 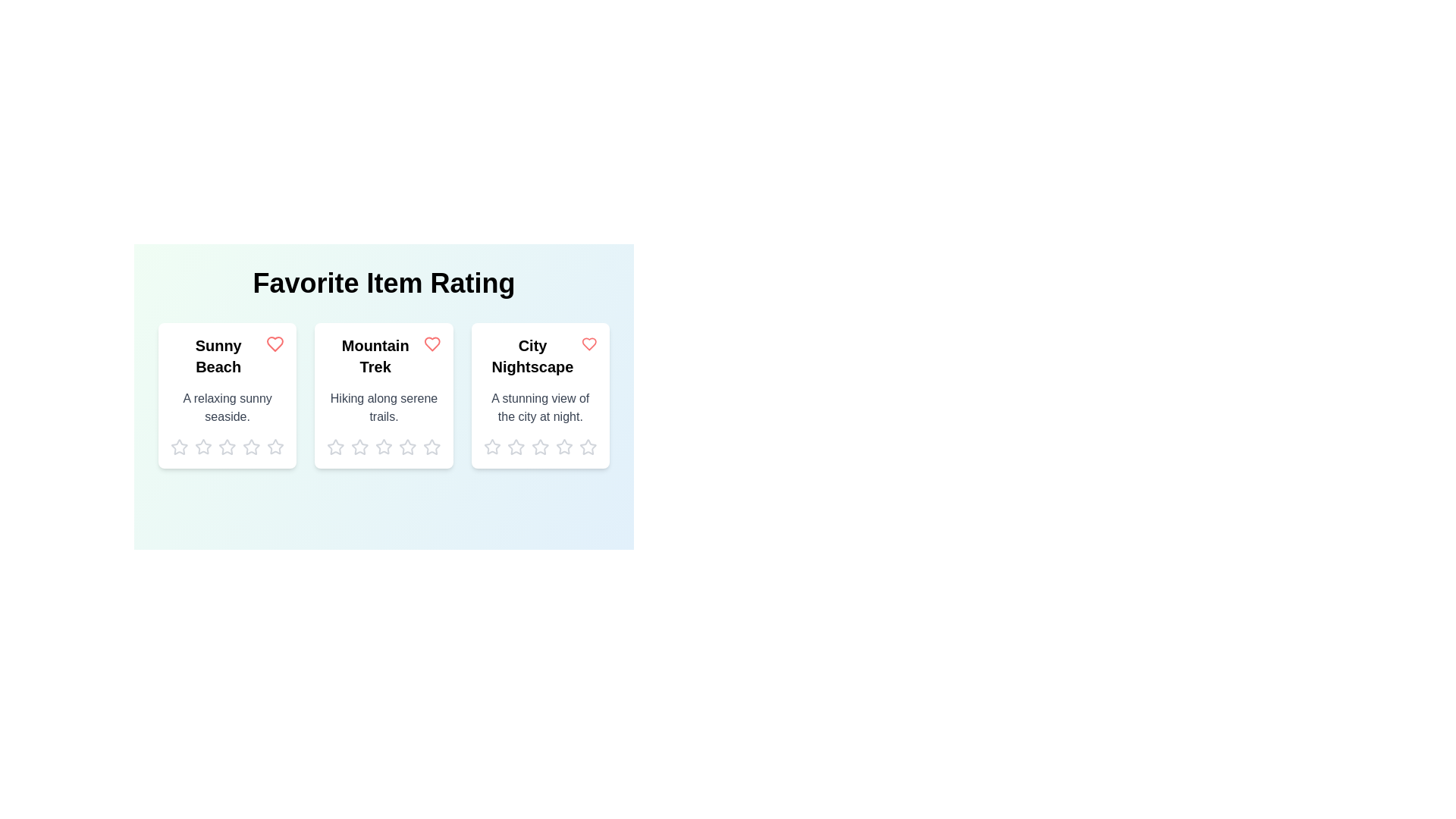 What do you see at coordinates (251, 447) in the screenshot?
I see `the rating of an item to 4 stars` at bounding box center [251, 447].